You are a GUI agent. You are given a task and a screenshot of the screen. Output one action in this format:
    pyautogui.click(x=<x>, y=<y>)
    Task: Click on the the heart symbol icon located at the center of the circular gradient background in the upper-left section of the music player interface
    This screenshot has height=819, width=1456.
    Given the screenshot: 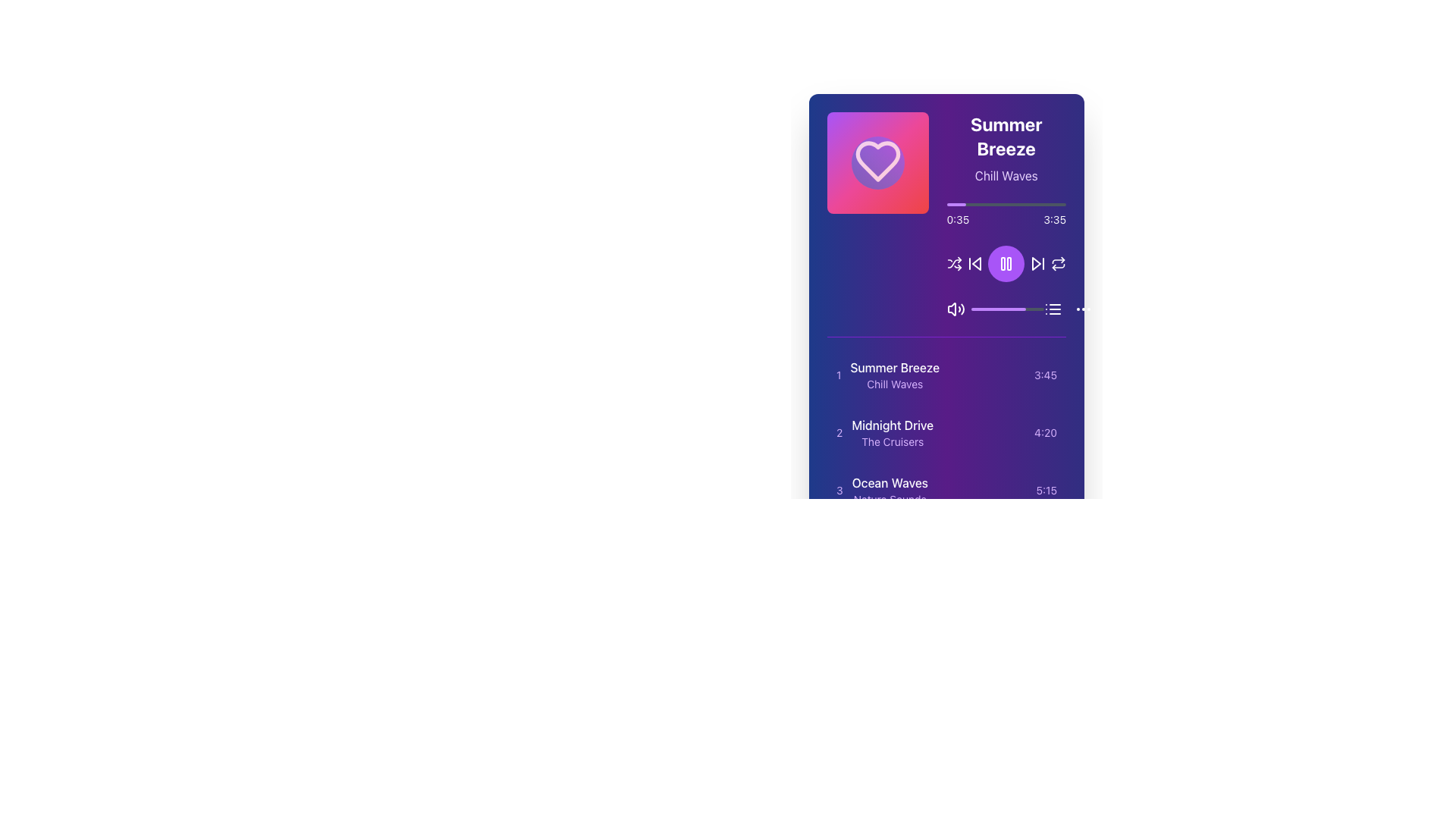 What is the action you would take?
    pyautogui.click(x=877, y=161)
    